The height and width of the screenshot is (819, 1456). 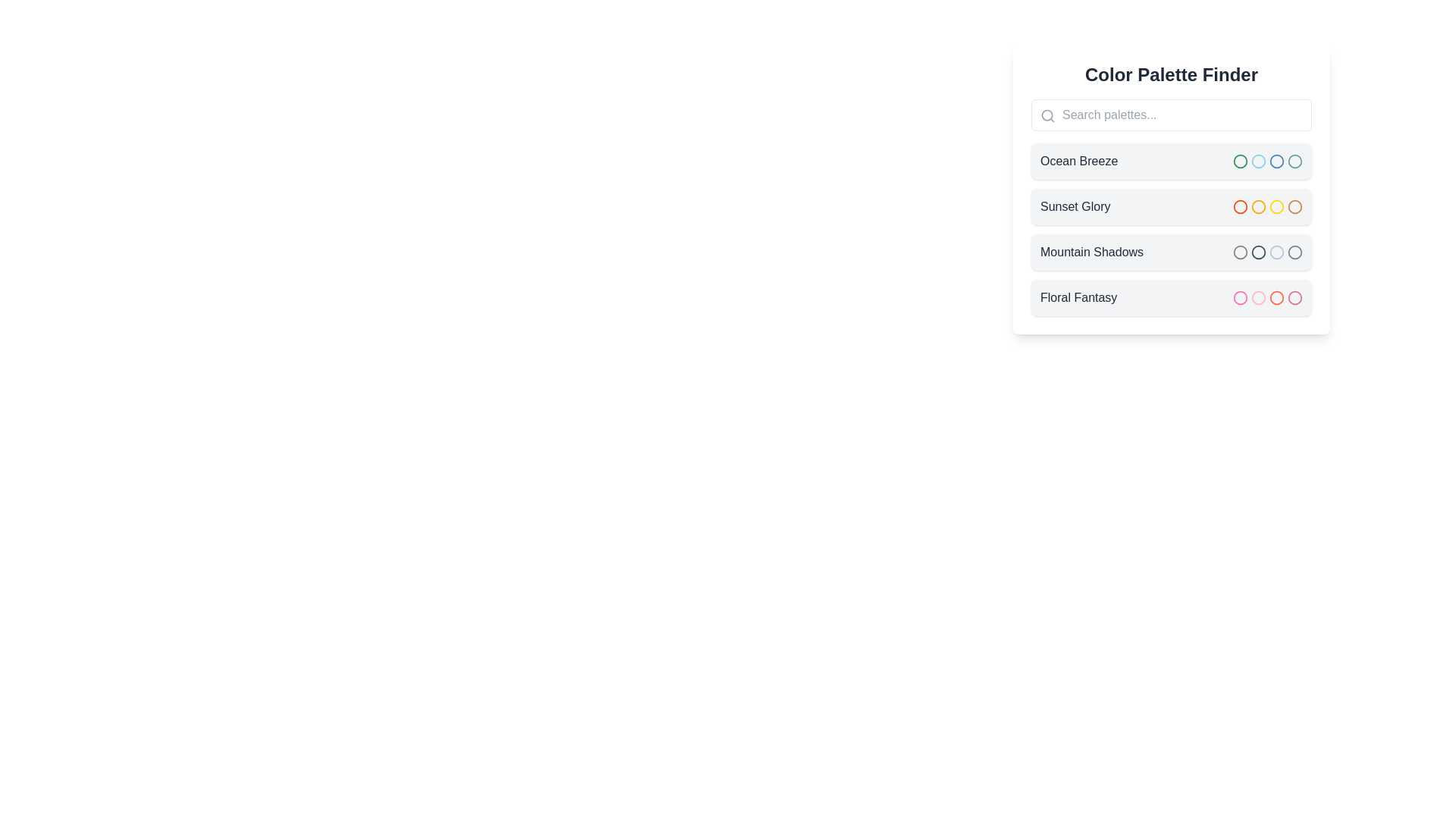 What do you see at coordinates (1259, 298) in the screenshot?
I see `the second circle in the 'Floral Fantasy' row of the color palette list` at bounding box center [1259, 298].